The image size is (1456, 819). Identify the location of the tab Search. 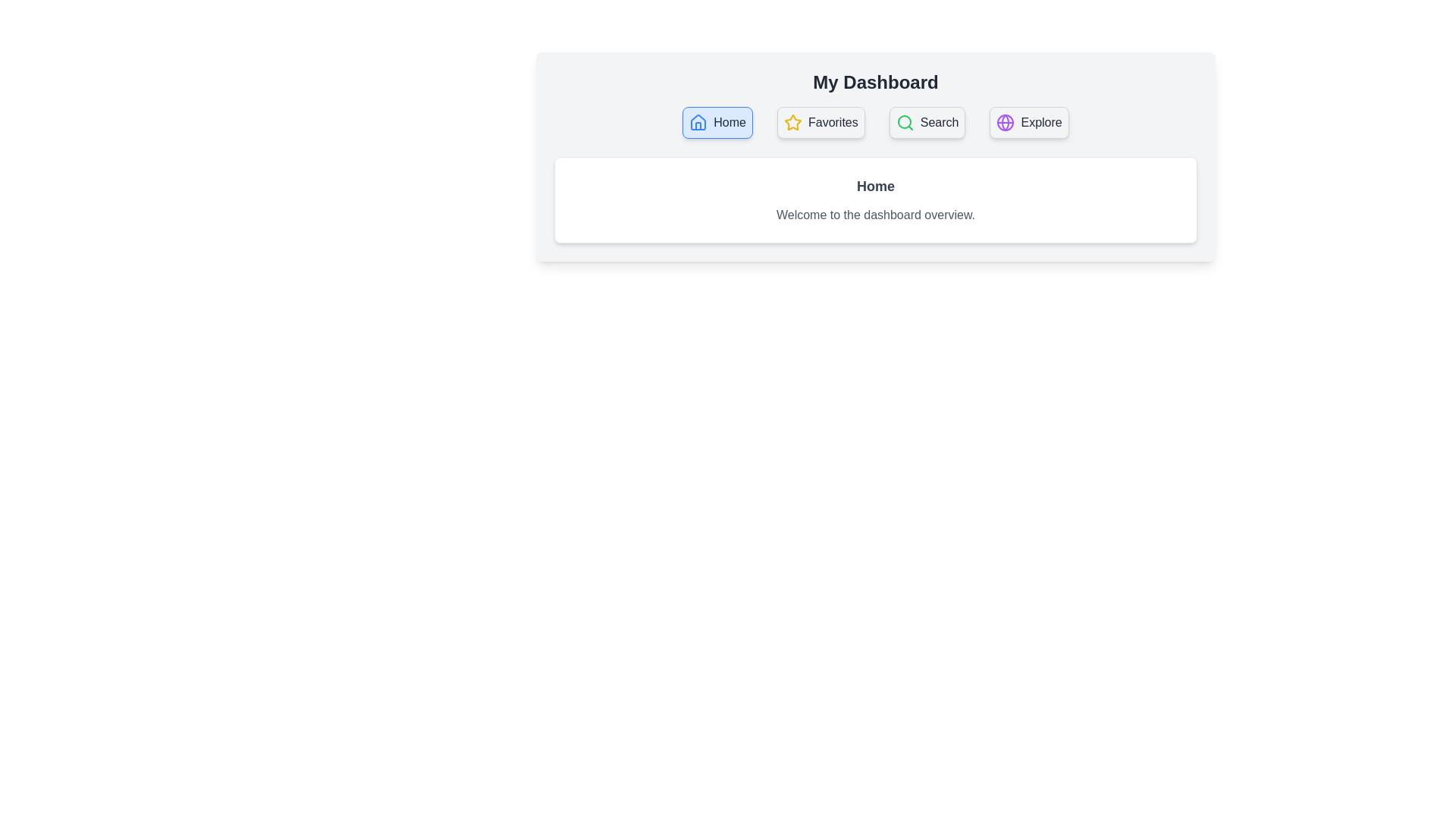
(927, 122).